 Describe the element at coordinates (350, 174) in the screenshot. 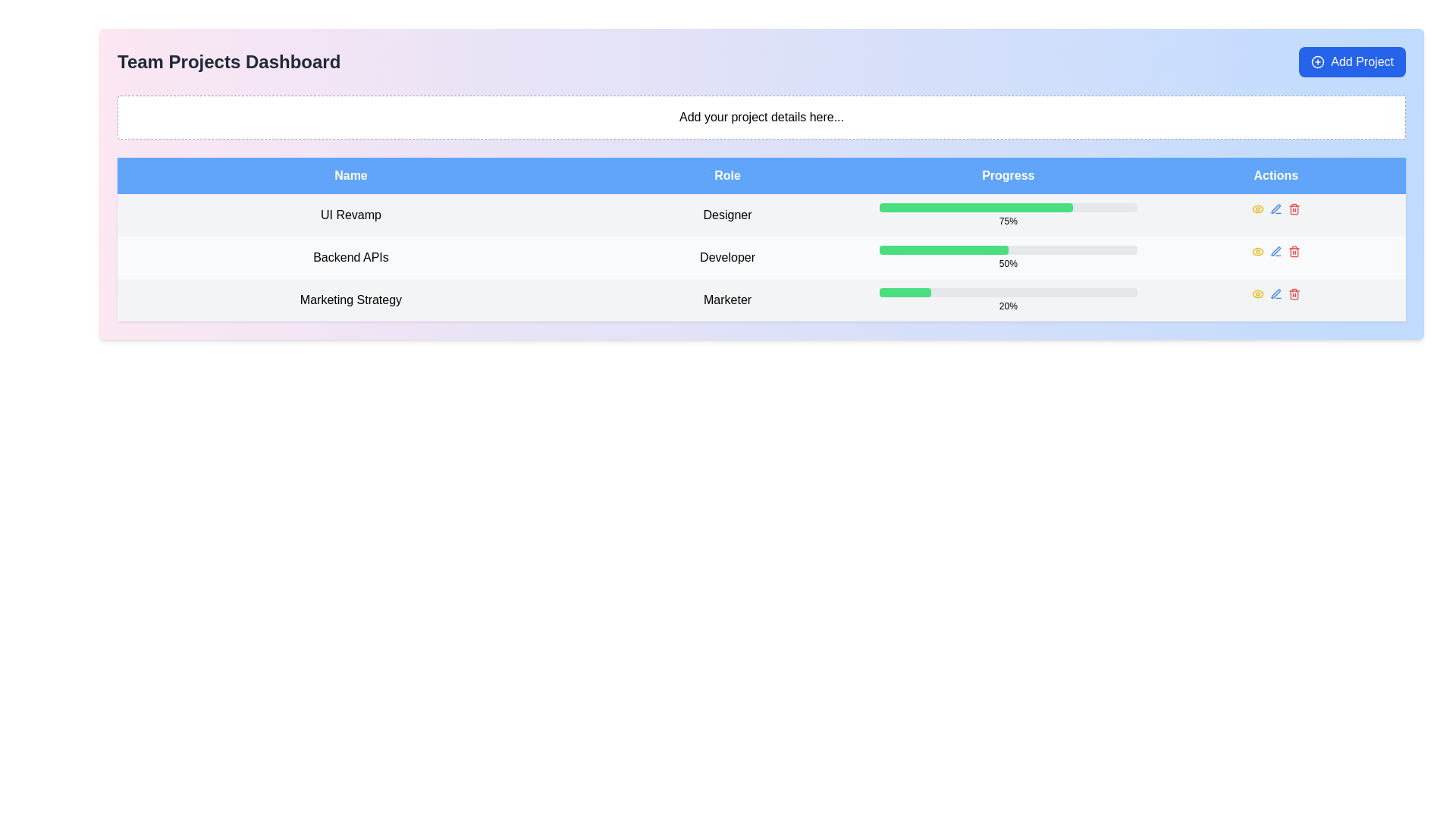

I see `the 'Name' column header in the table, which is the first column header located under the text input box` at that location.